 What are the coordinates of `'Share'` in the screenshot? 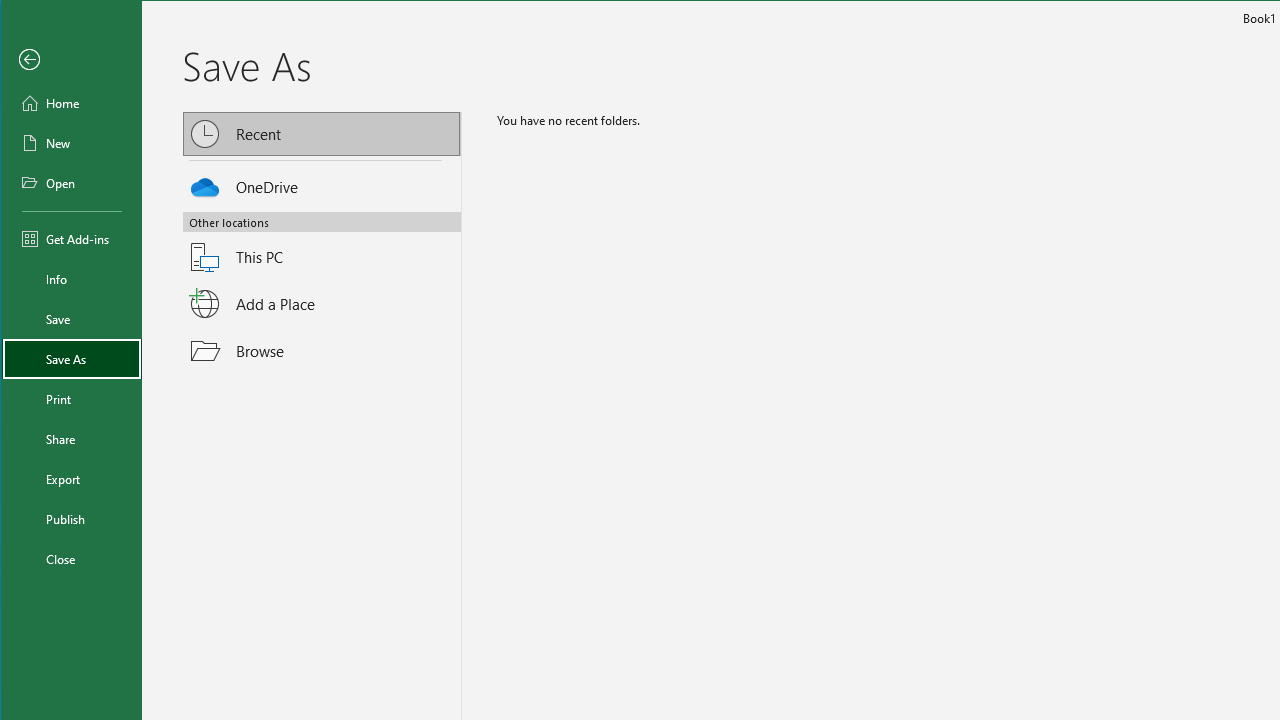 It's located at (72, 438).